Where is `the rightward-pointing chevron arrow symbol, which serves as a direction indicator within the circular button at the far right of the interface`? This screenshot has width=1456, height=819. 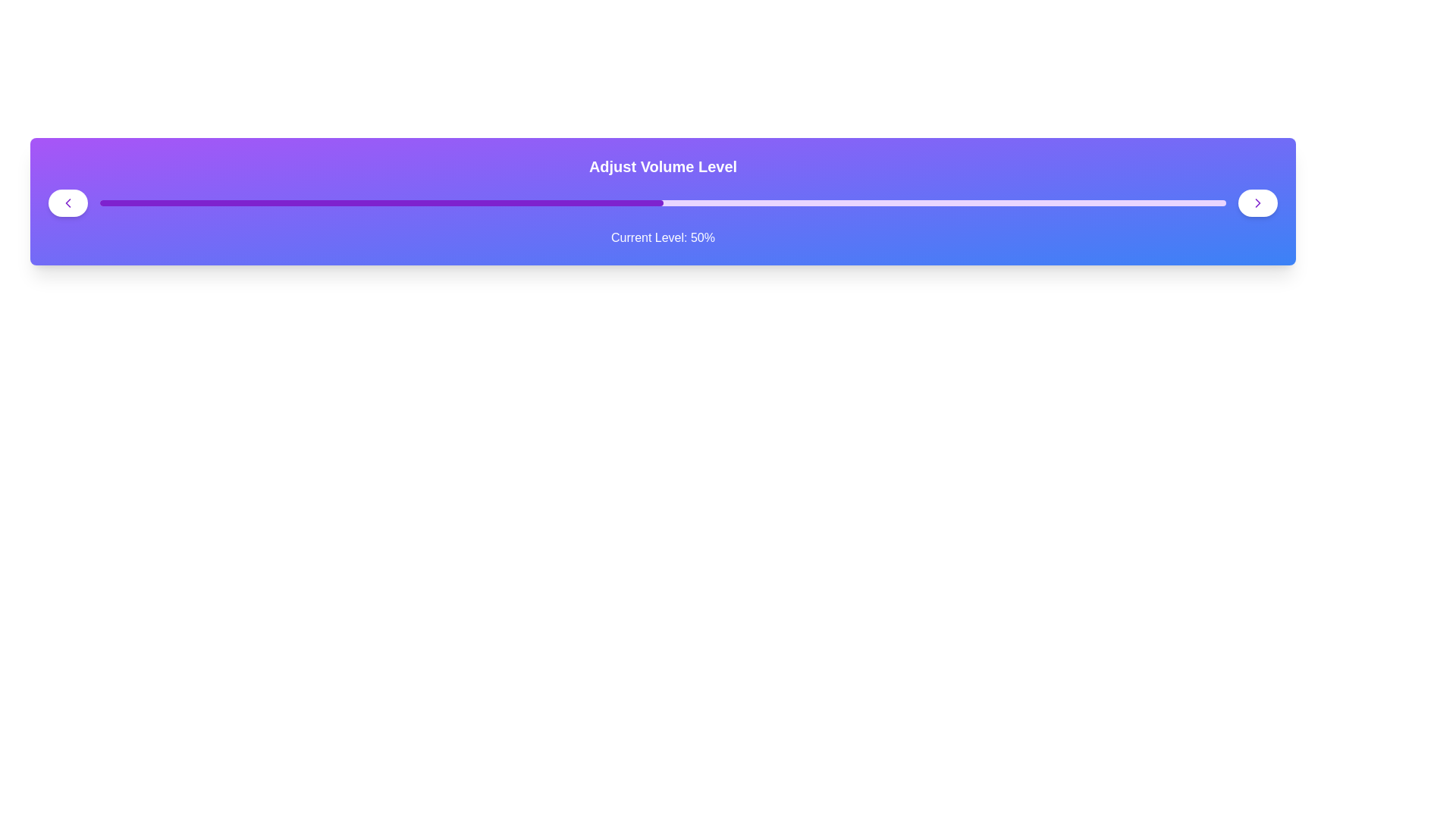 the rightward-pointing chevron arrow symbol, which serves as a direction indicator within the circular button at the far right of the interface is located at coordinates (1258, 202).